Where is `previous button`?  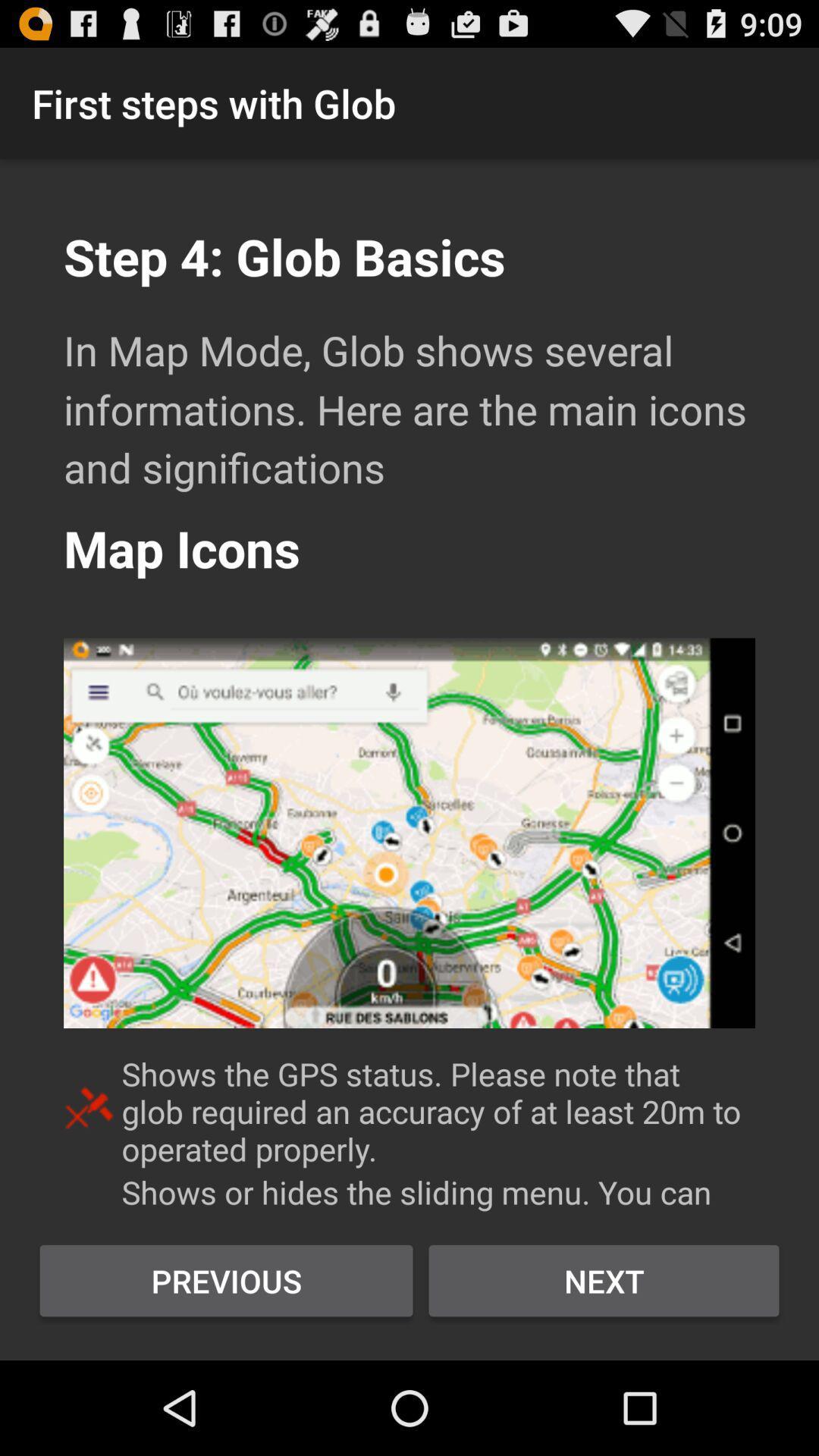 previous button is located at coordinates (226, 1280).